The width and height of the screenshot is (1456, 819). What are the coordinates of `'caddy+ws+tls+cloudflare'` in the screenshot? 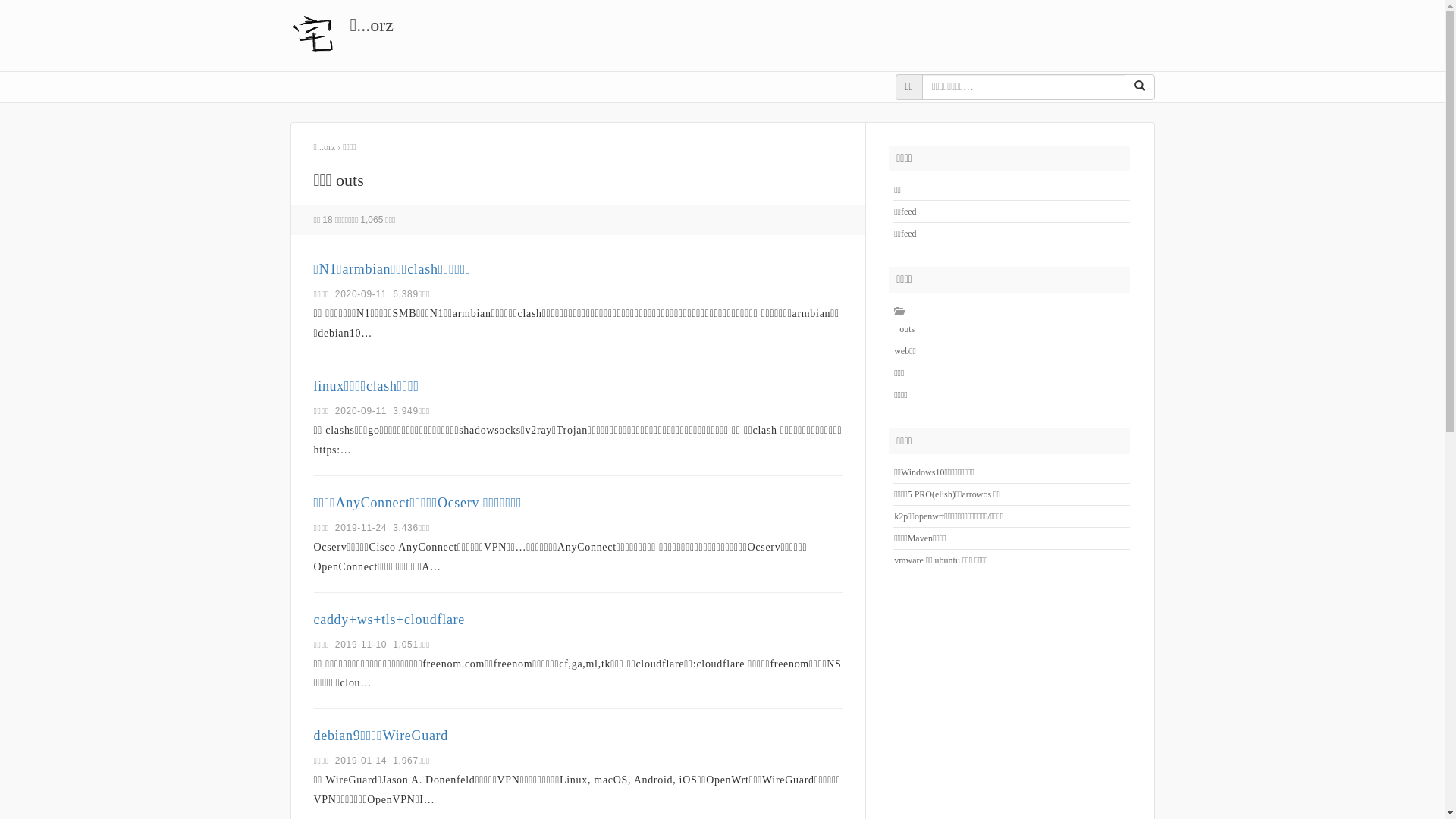 It's located at (389, 620).